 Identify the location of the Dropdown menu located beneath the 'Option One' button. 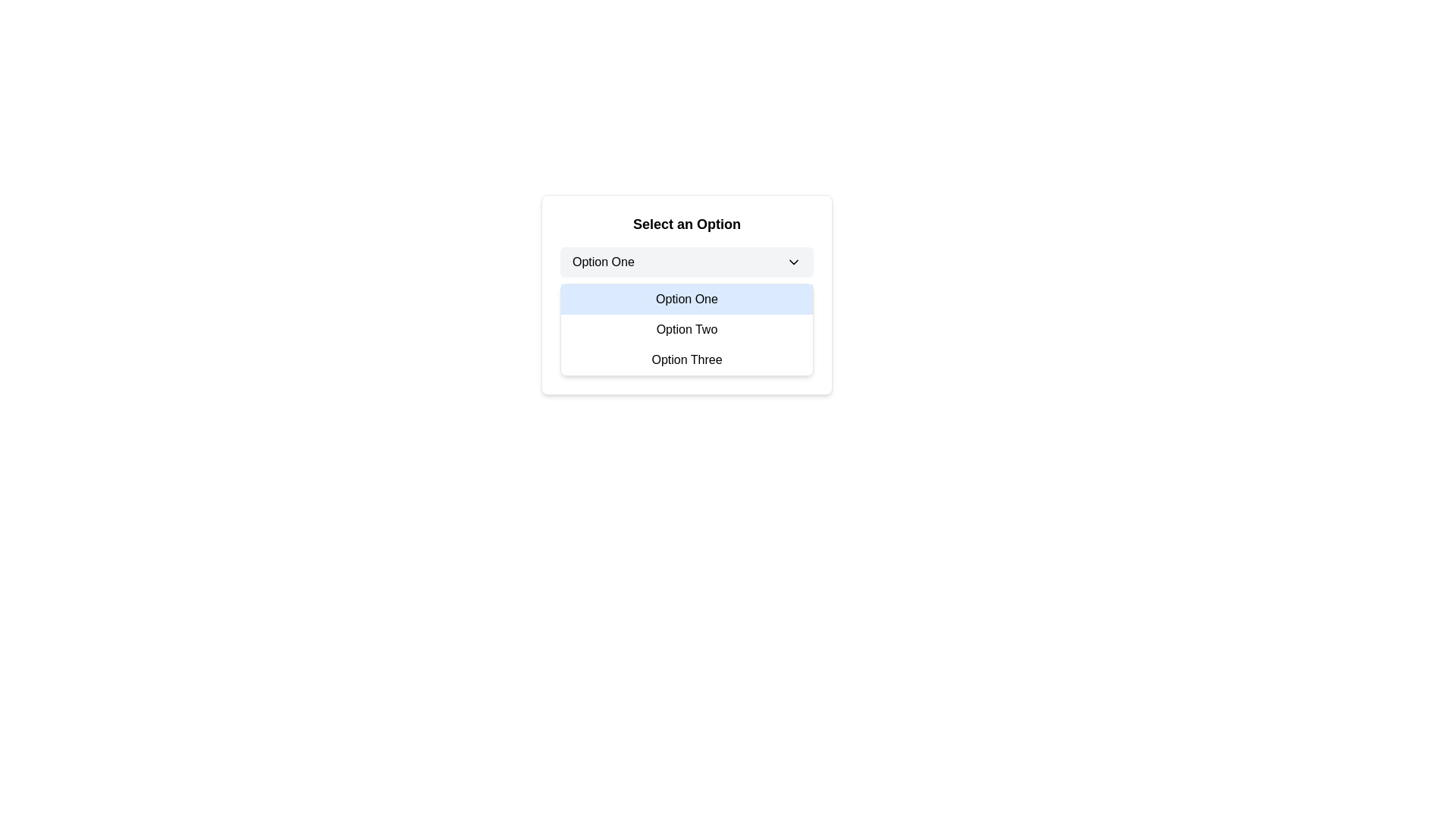
(686, 329).